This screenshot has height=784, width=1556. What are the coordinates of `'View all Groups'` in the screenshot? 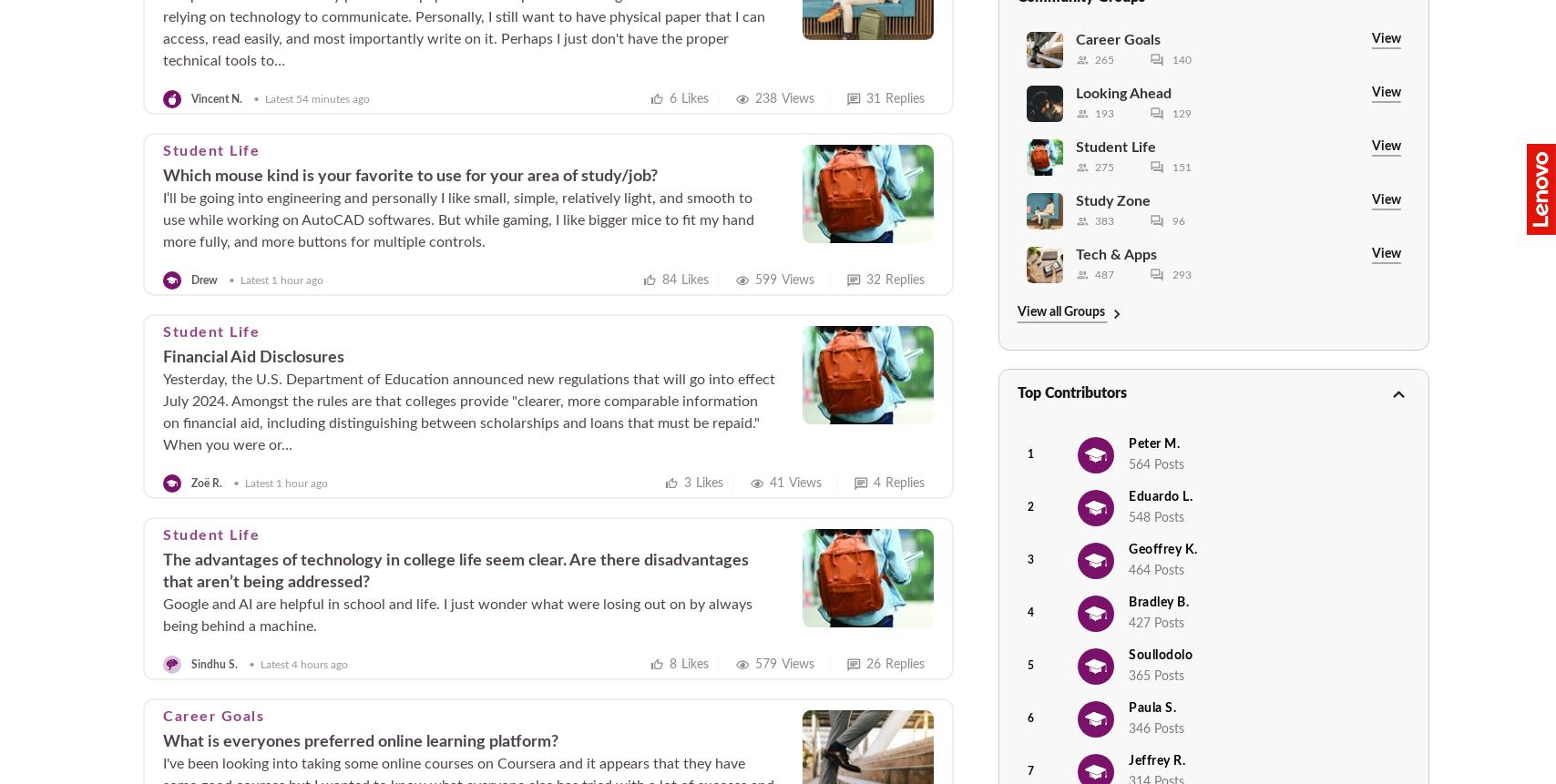 It's located at (1061, 310).